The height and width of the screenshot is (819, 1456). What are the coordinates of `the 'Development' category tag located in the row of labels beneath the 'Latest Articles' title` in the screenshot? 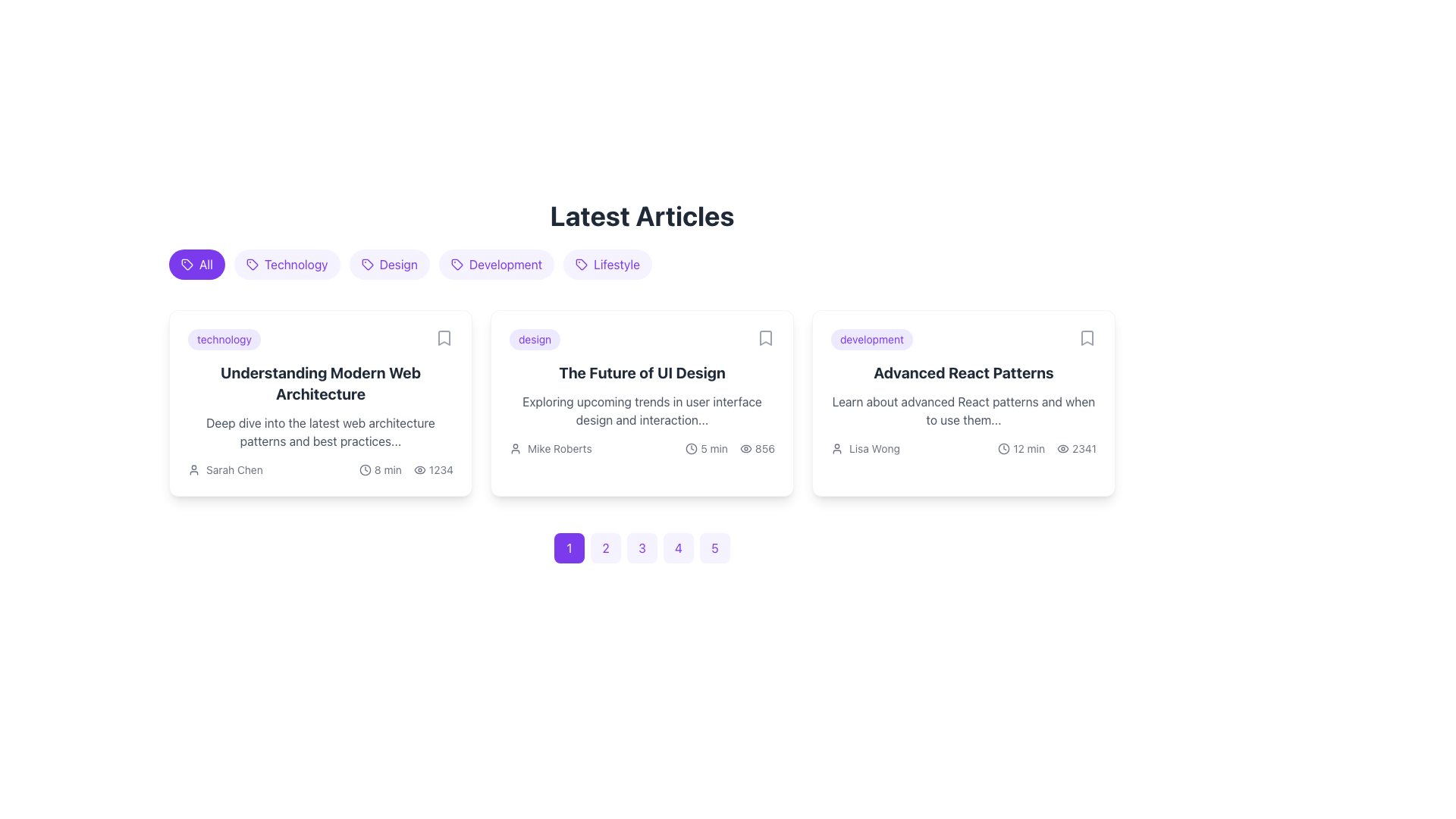 It's located at (506, 263).